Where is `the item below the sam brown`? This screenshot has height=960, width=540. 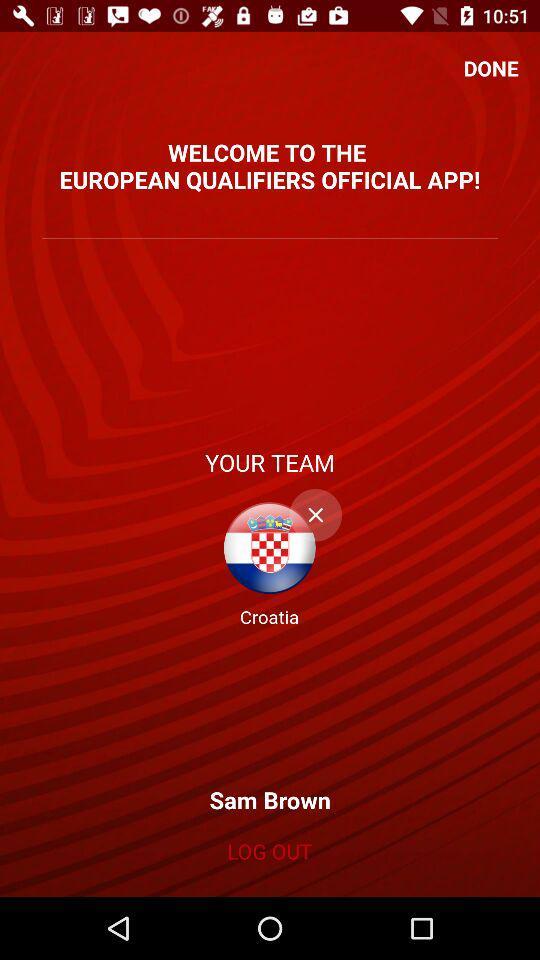 the item below the sam brown is located at coordinates (269, 850).